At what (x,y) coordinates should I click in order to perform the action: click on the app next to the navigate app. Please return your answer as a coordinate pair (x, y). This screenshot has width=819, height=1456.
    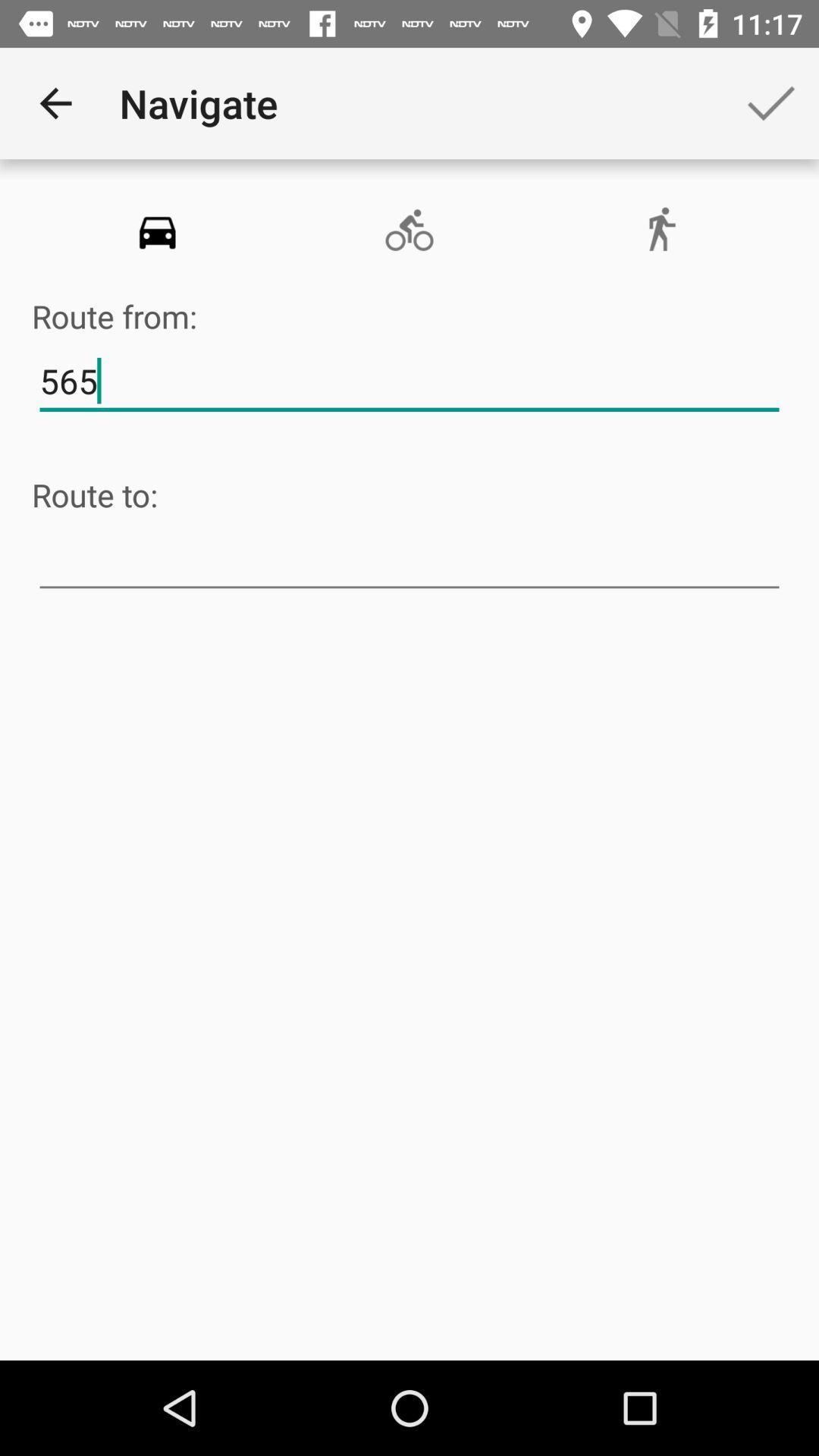
    Looking at the image, I should click on (771, 102).